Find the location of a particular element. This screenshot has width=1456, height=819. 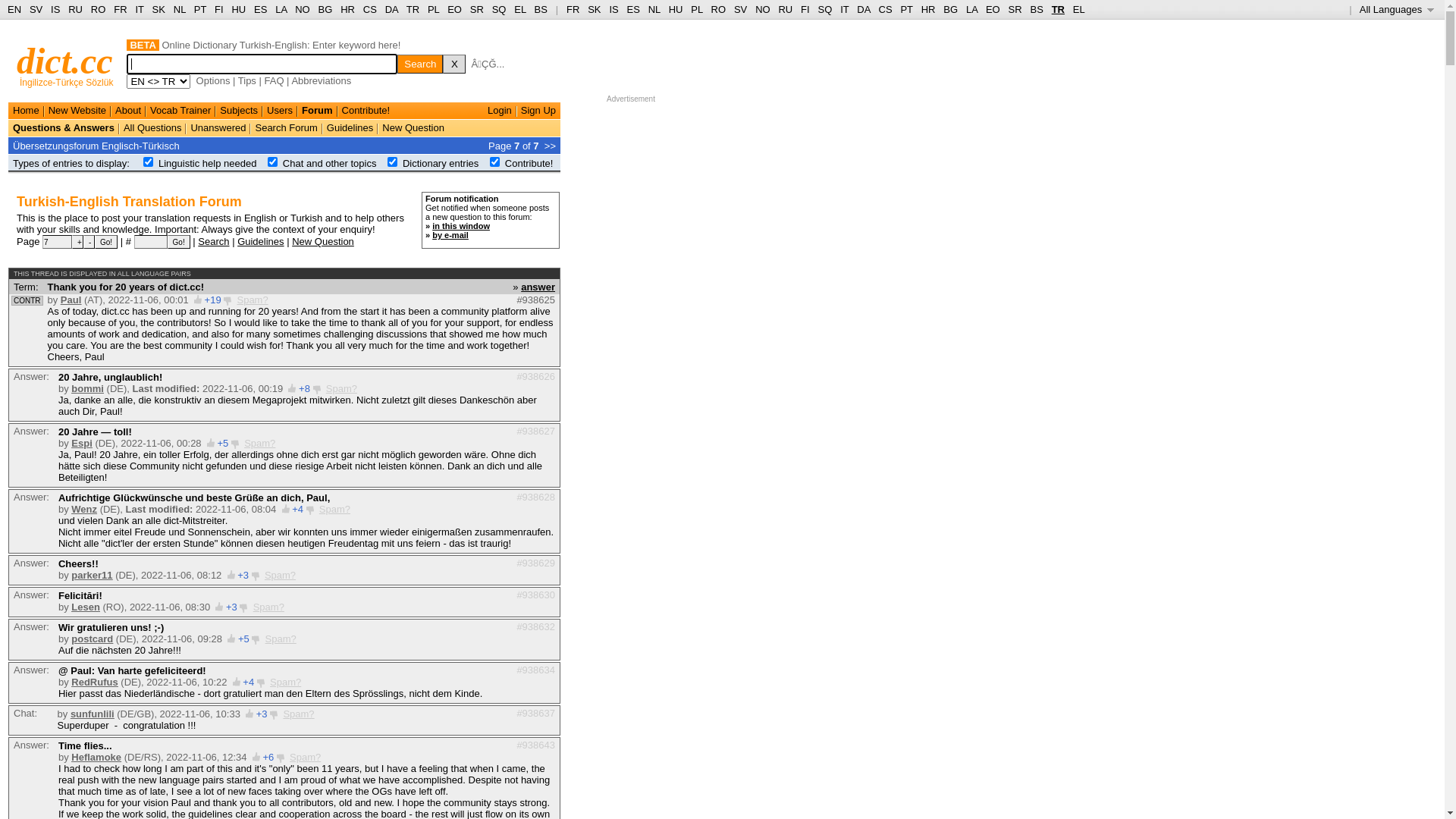

'CS' is located at coordinates (370, 9).